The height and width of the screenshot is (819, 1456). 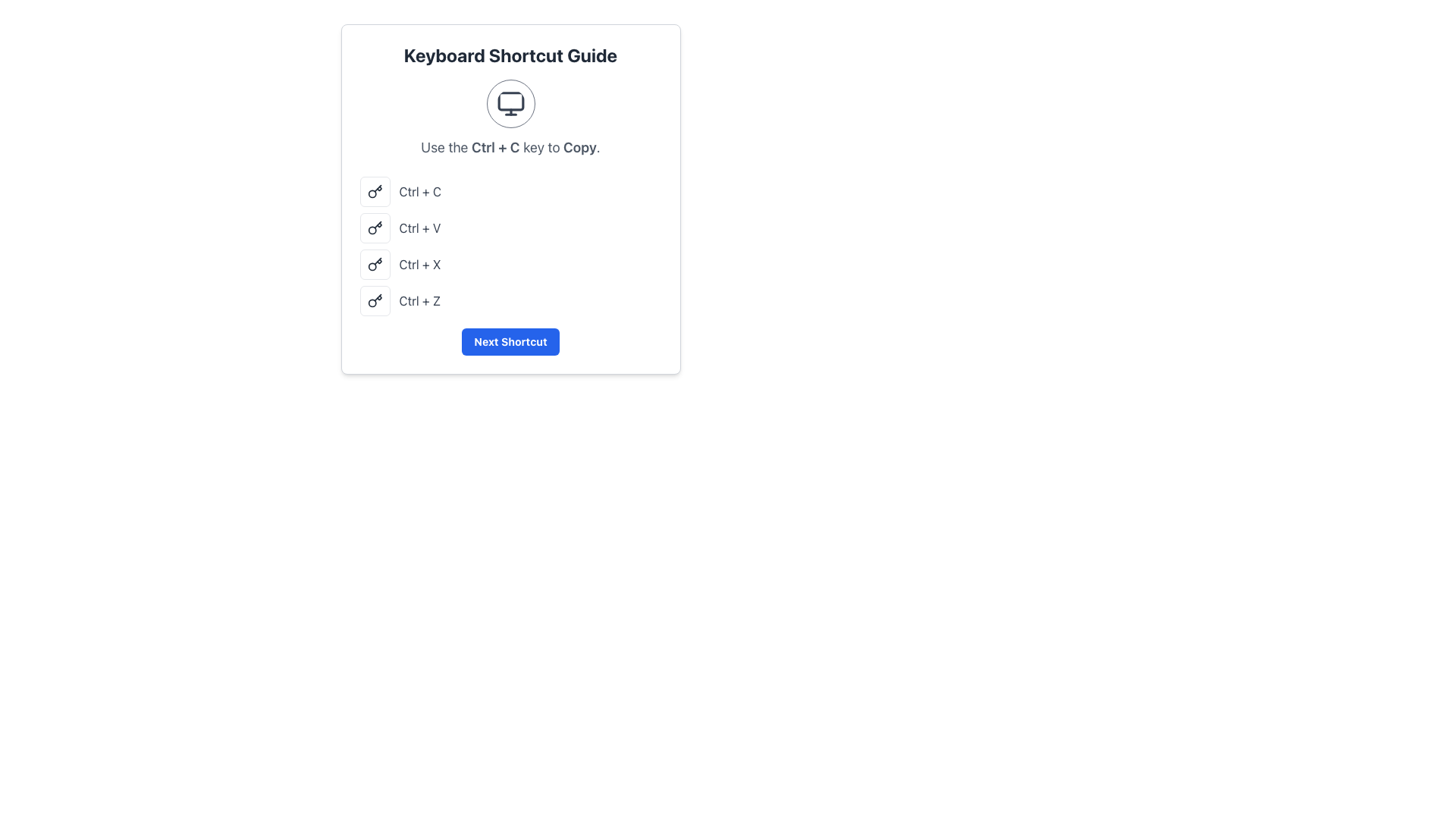 I want to click on the Ctrl + C icon located at the far left of the keyboard shortcuts list in the modal overlay, so click(x=375, y=191).